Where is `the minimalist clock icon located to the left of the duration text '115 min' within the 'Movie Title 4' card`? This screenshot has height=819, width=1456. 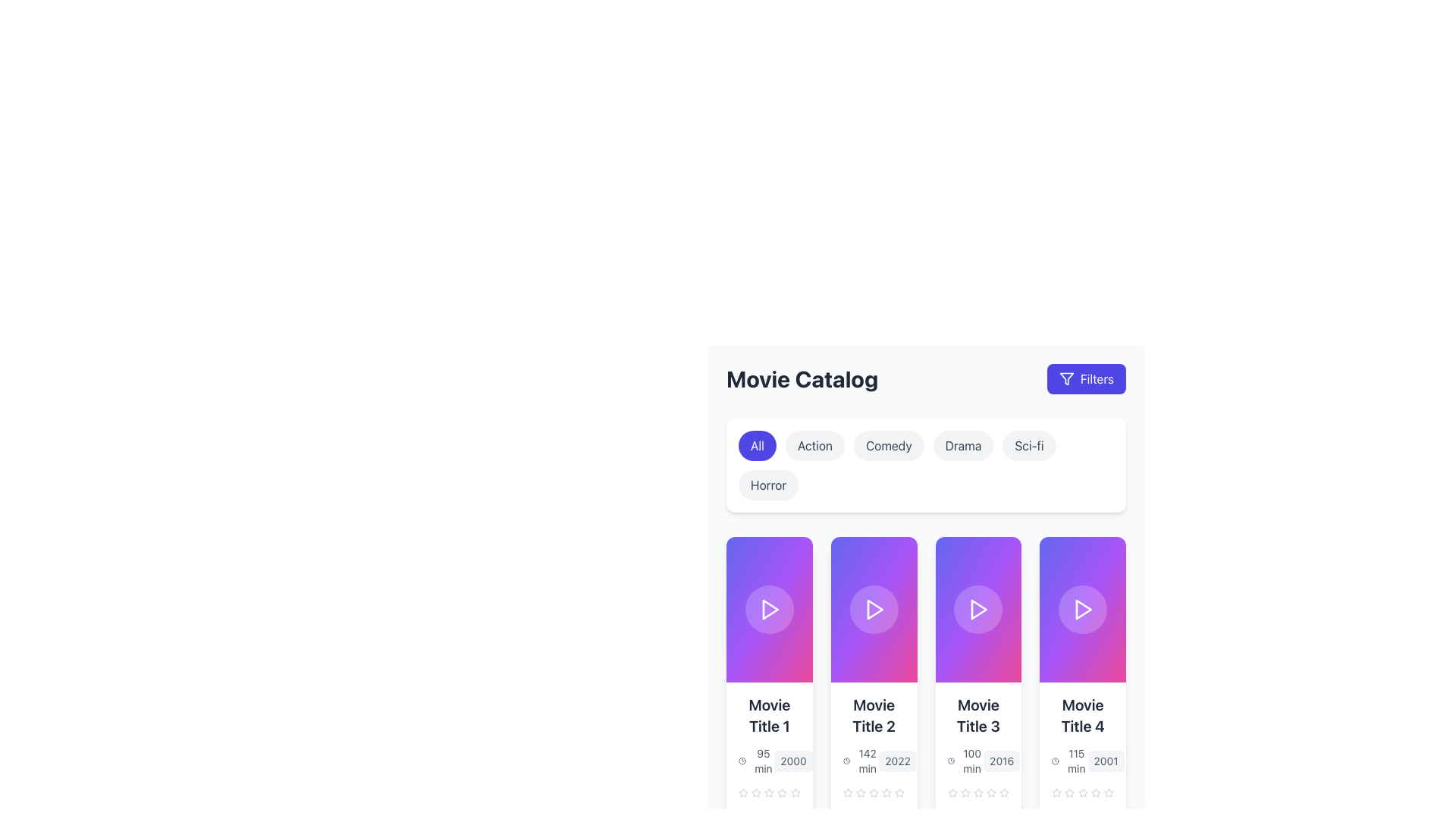 the minimalist clock icon located to the left of the duration text '115 min' within the 'Movie Title 4' card is located at coordinates (1055, 761).